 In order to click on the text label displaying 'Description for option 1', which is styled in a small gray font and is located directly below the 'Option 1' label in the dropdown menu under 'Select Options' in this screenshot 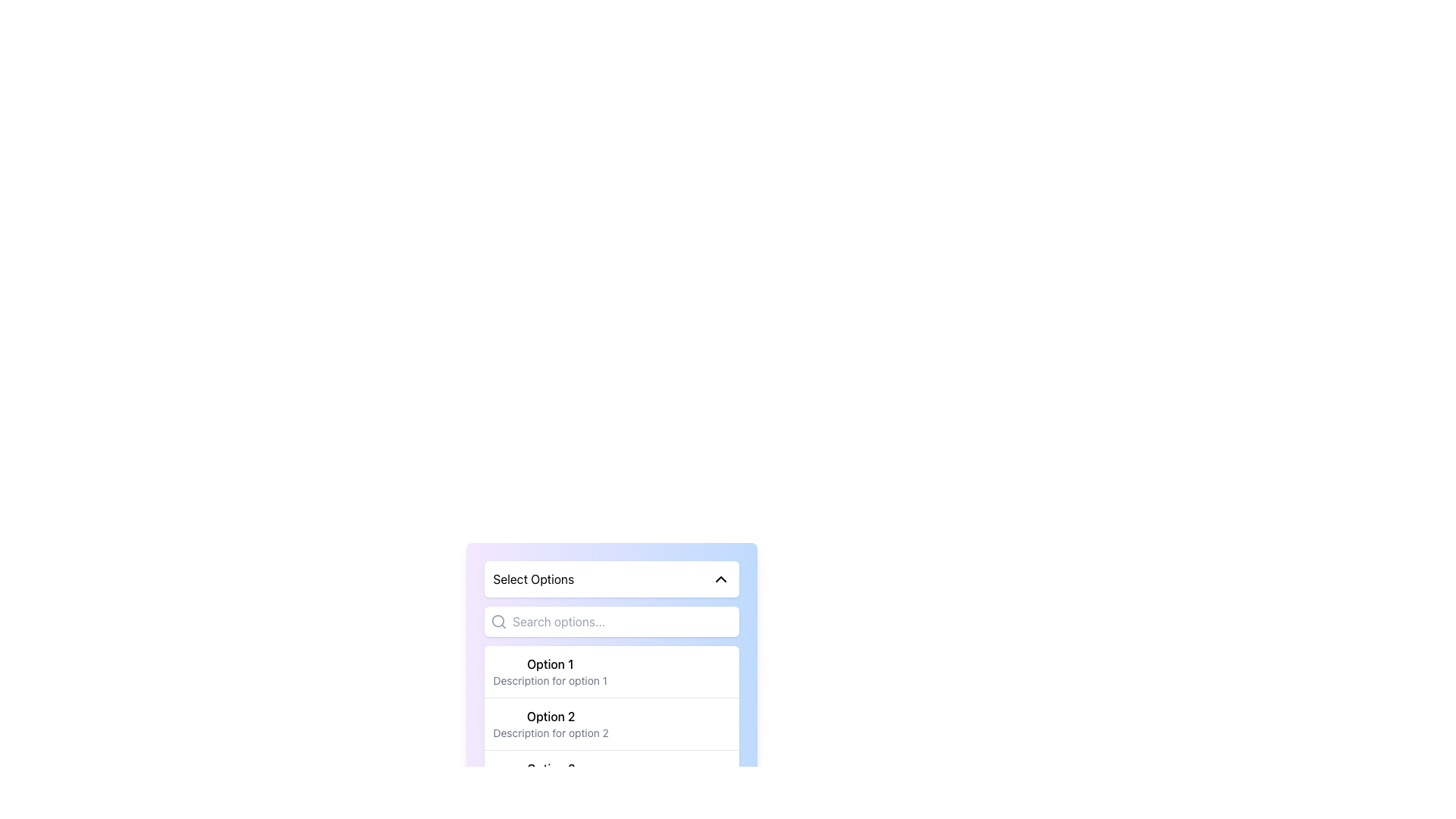, I will do `click(549, 680)`.